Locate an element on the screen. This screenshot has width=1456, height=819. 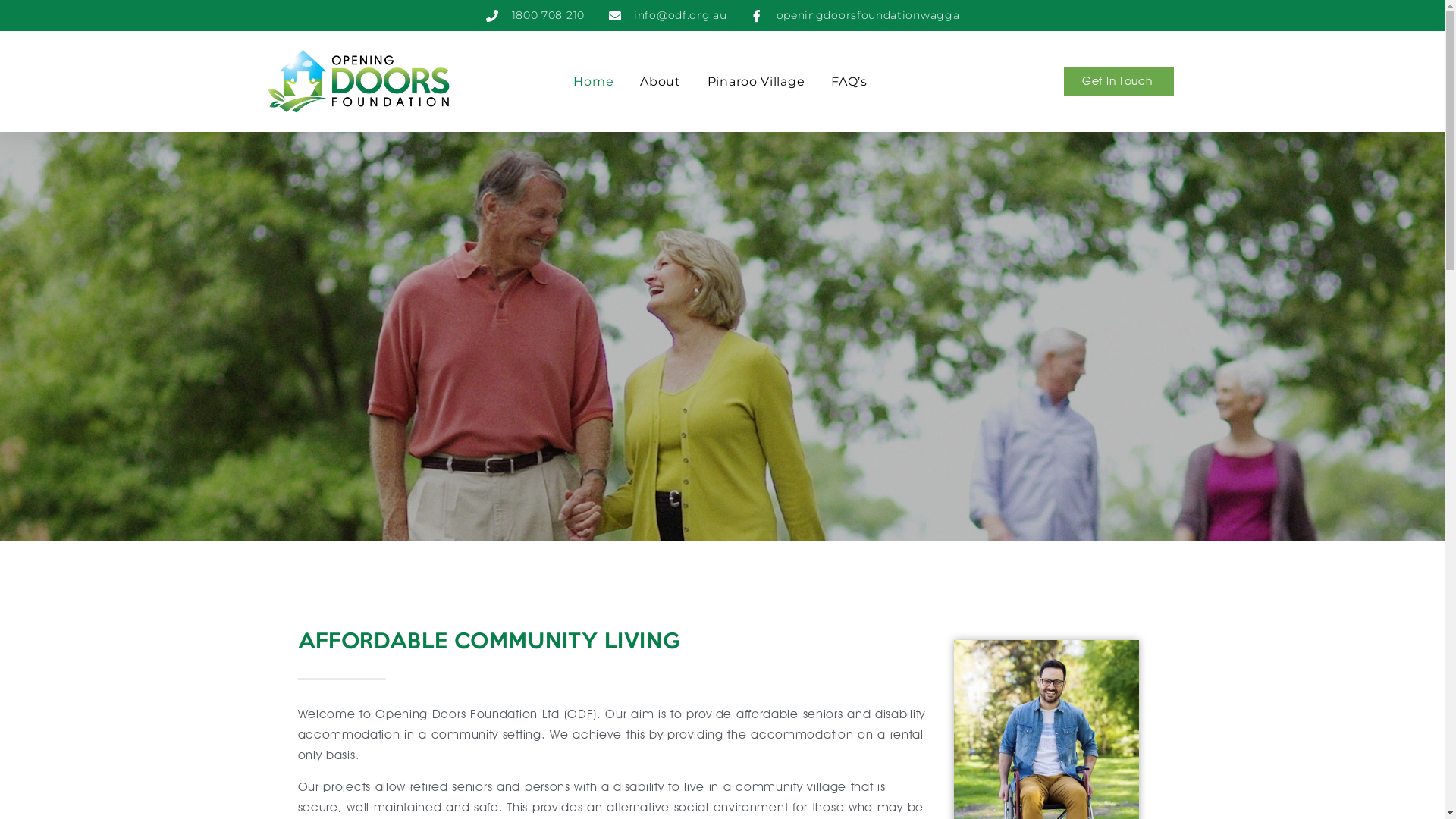
'Get In Touch' is located at coordinates (1062, 81).